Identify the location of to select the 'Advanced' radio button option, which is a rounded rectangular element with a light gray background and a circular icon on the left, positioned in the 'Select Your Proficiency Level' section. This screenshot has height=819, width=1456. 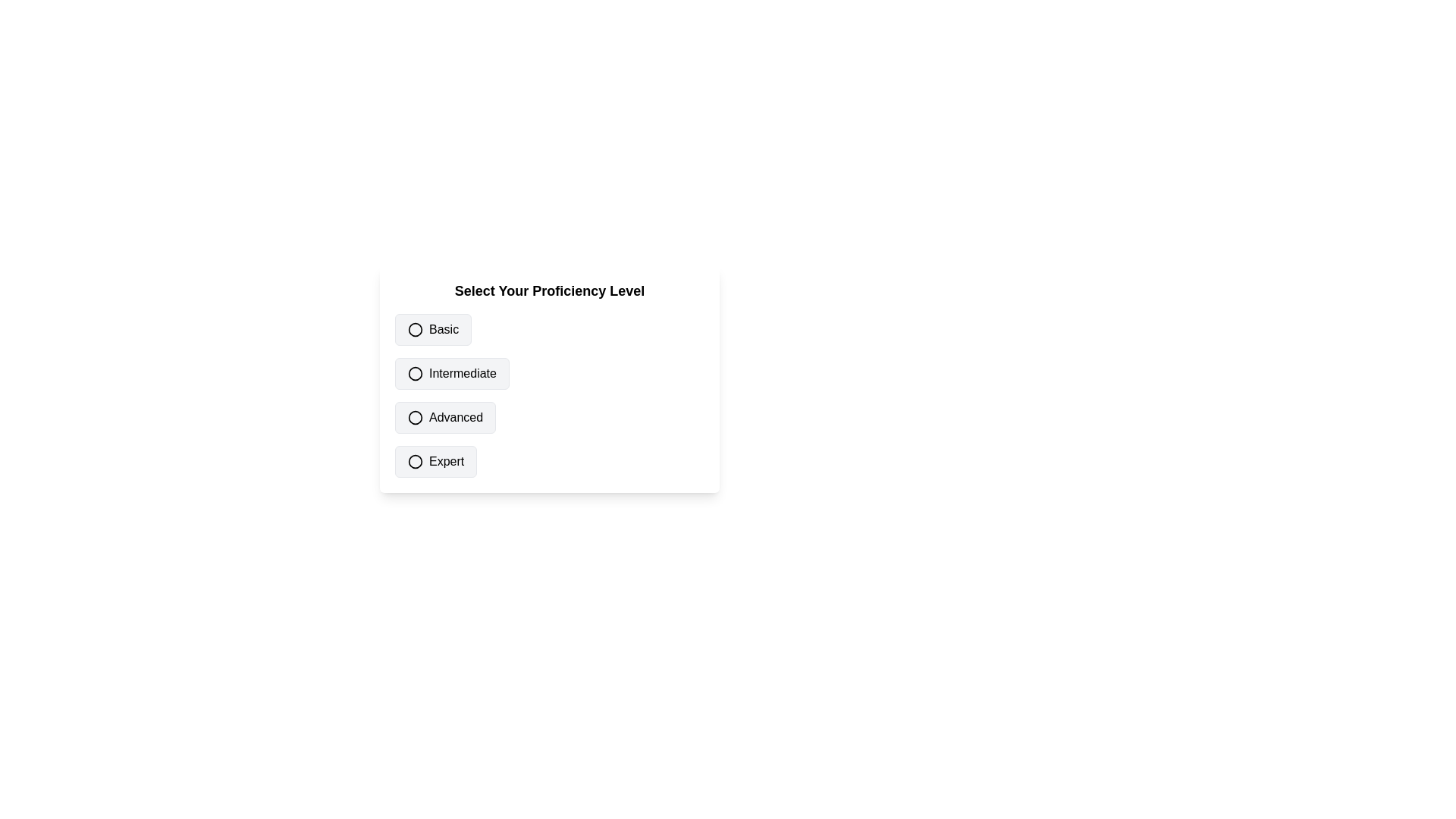
(444, 418).